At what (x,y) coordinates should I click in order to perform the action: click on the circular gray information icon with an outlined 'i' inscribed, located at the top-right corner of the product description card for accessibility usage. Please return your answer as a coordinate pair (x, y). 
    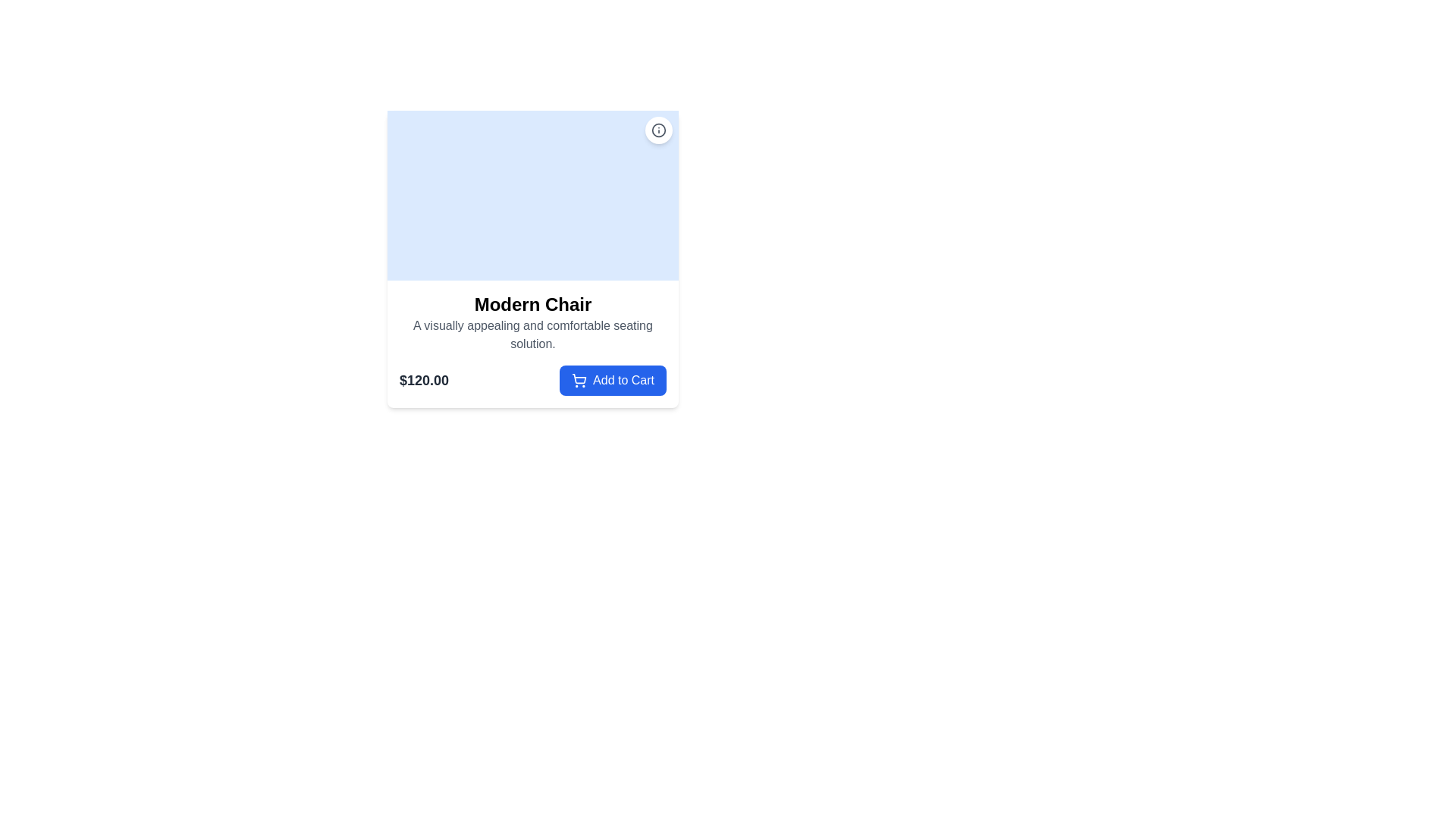
    Looking at the image, I should click on (658, 130).